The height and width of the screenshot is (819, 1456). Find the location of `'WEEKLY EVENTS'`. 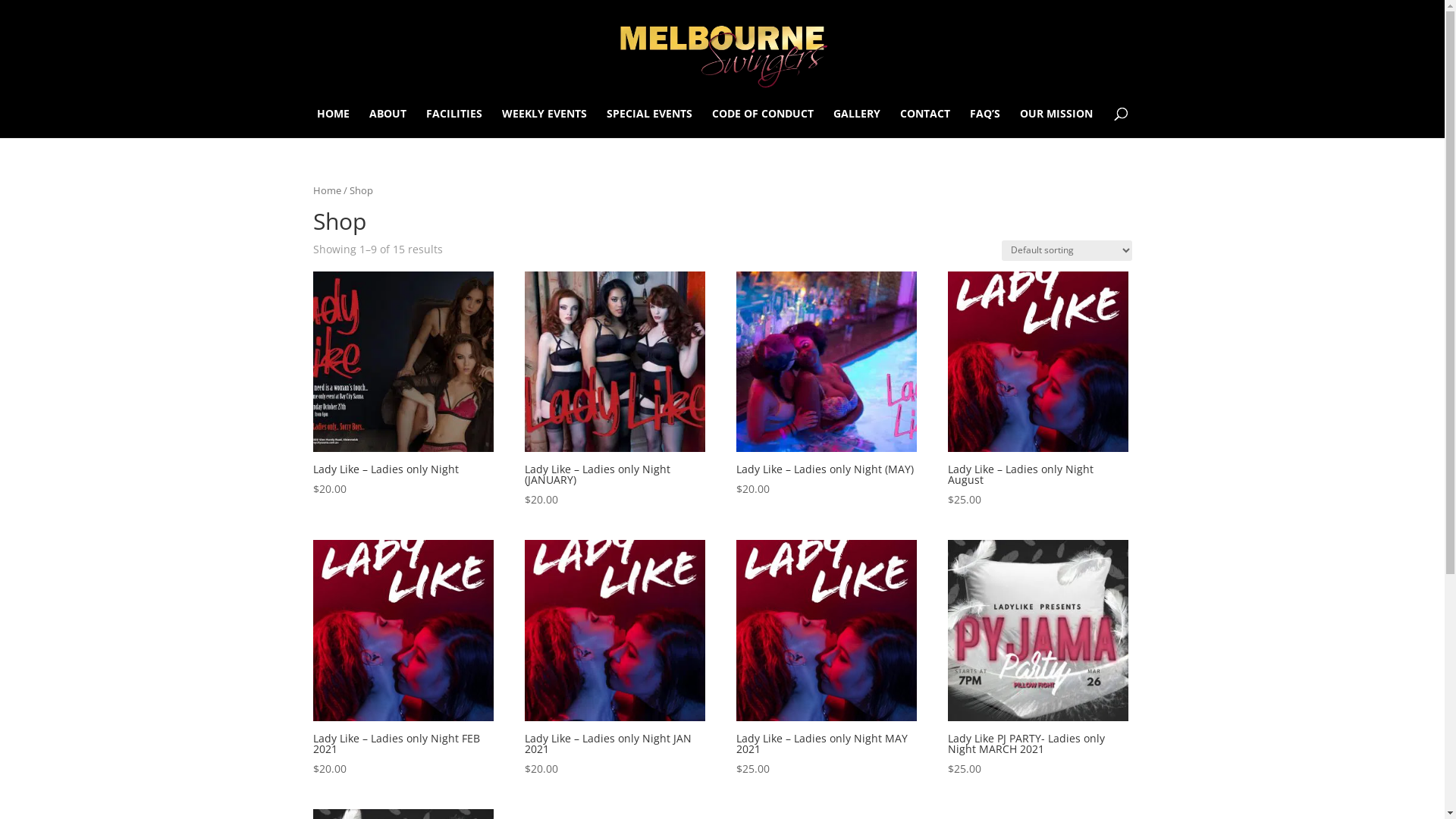

'WEEKLY EVENTS' is located at coordinates (544, 122).